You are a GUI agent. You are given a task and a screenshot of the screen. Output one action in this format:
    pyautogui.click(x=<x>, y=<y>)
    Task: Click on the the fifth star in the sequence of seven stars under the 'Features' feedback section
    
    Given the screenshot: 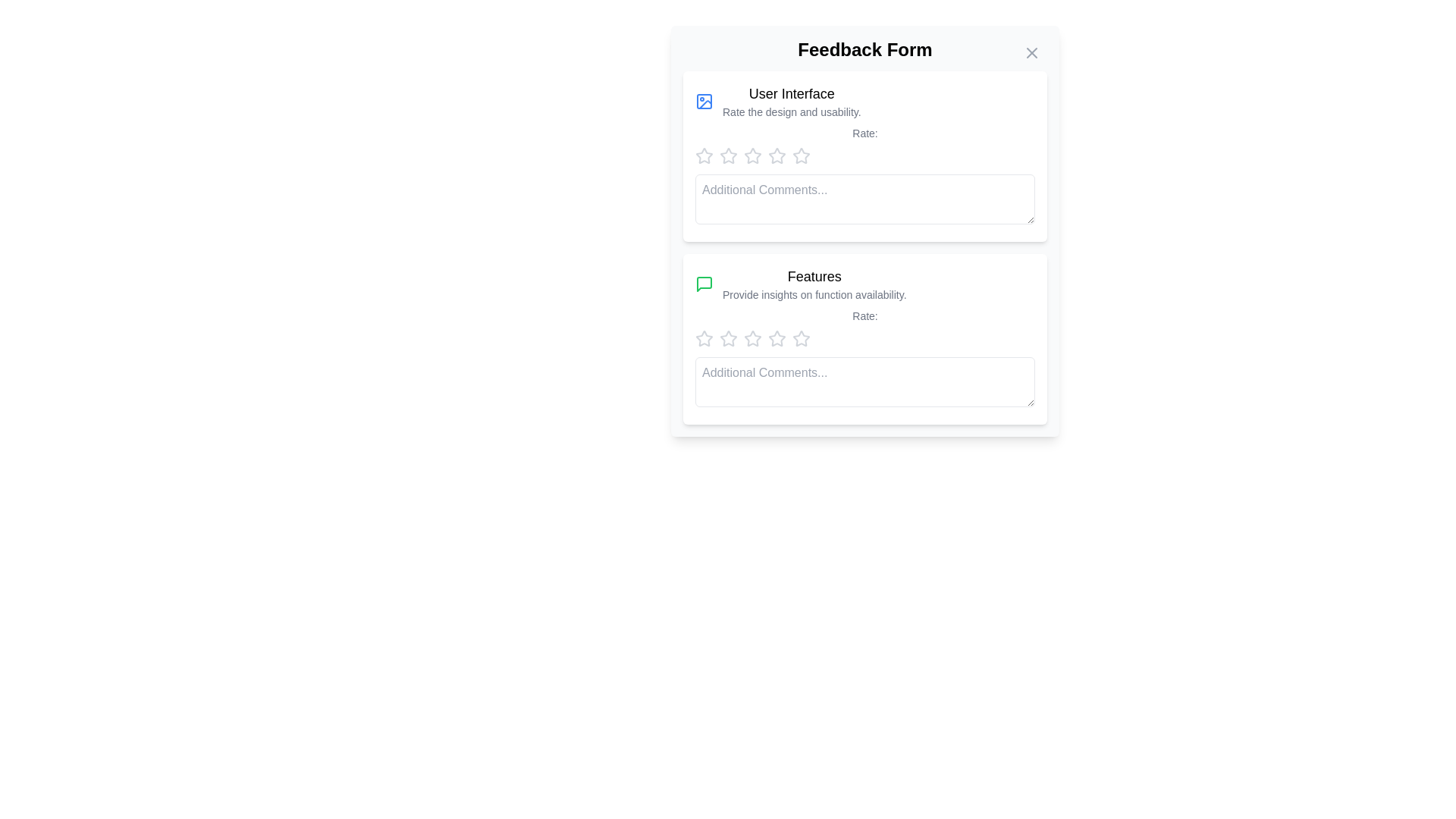 What is the action you would take?
    pyautogui.click(x=753, y=338)
    